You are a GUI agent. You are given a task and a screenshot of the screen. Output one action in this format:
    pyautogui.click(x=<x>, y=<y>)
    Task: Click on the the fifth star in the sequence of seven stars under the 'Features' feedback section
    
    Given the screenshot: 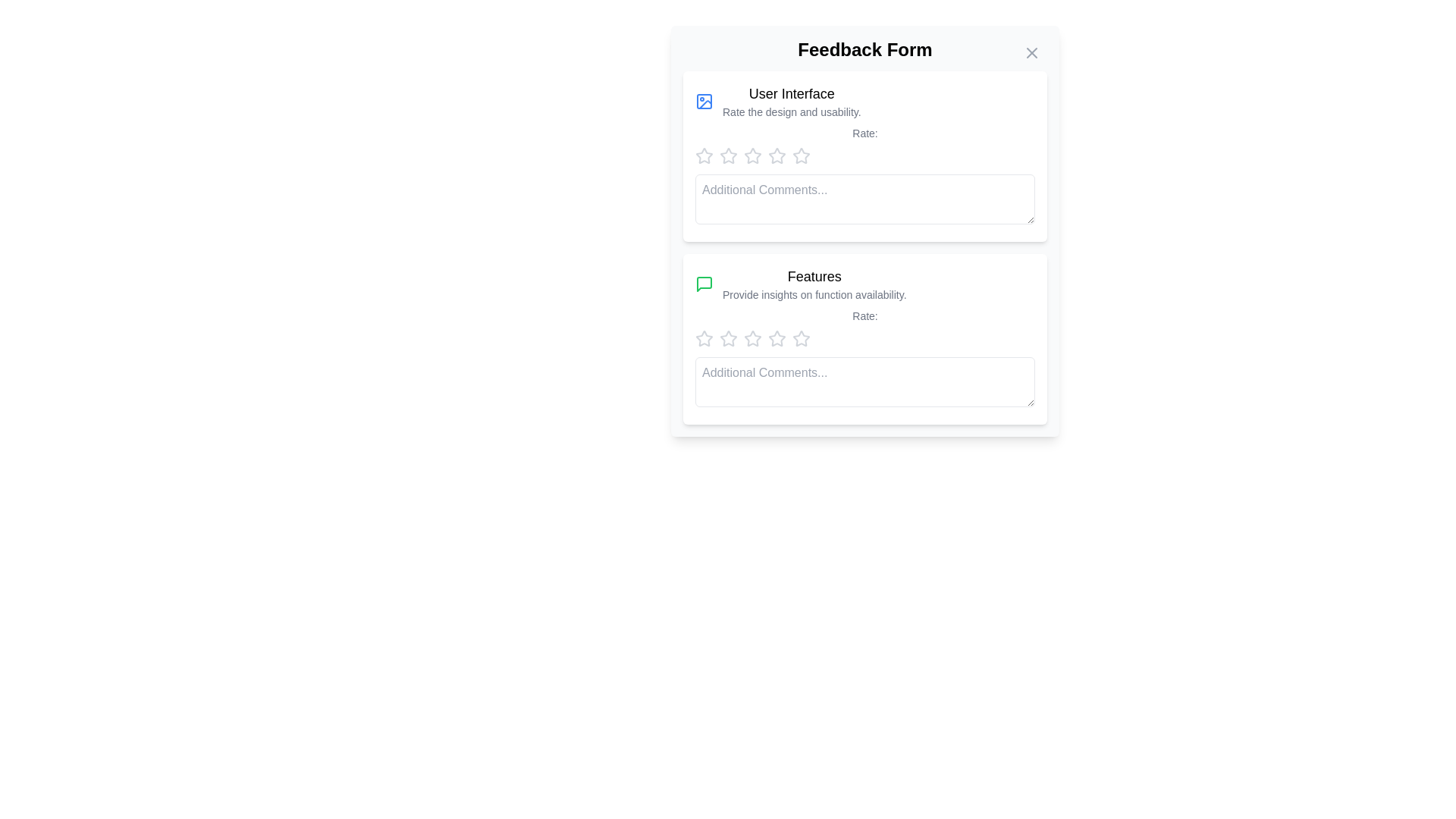 What is the action you would take?
    pyautogui.click(x=753, y=338)
    